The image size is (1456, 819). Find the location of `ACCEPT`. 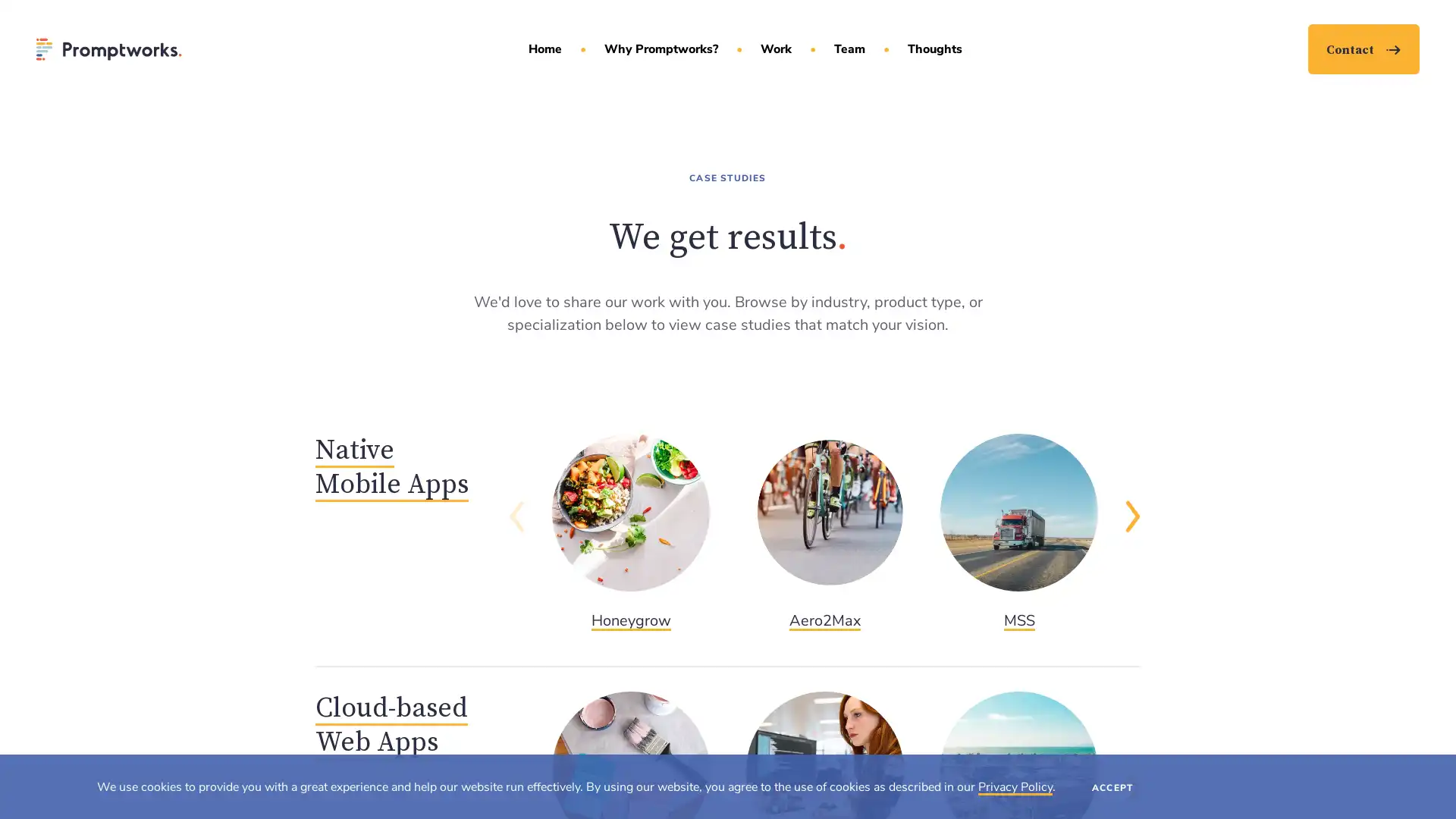

ACCEPT is located at coordinates (1112, 786).